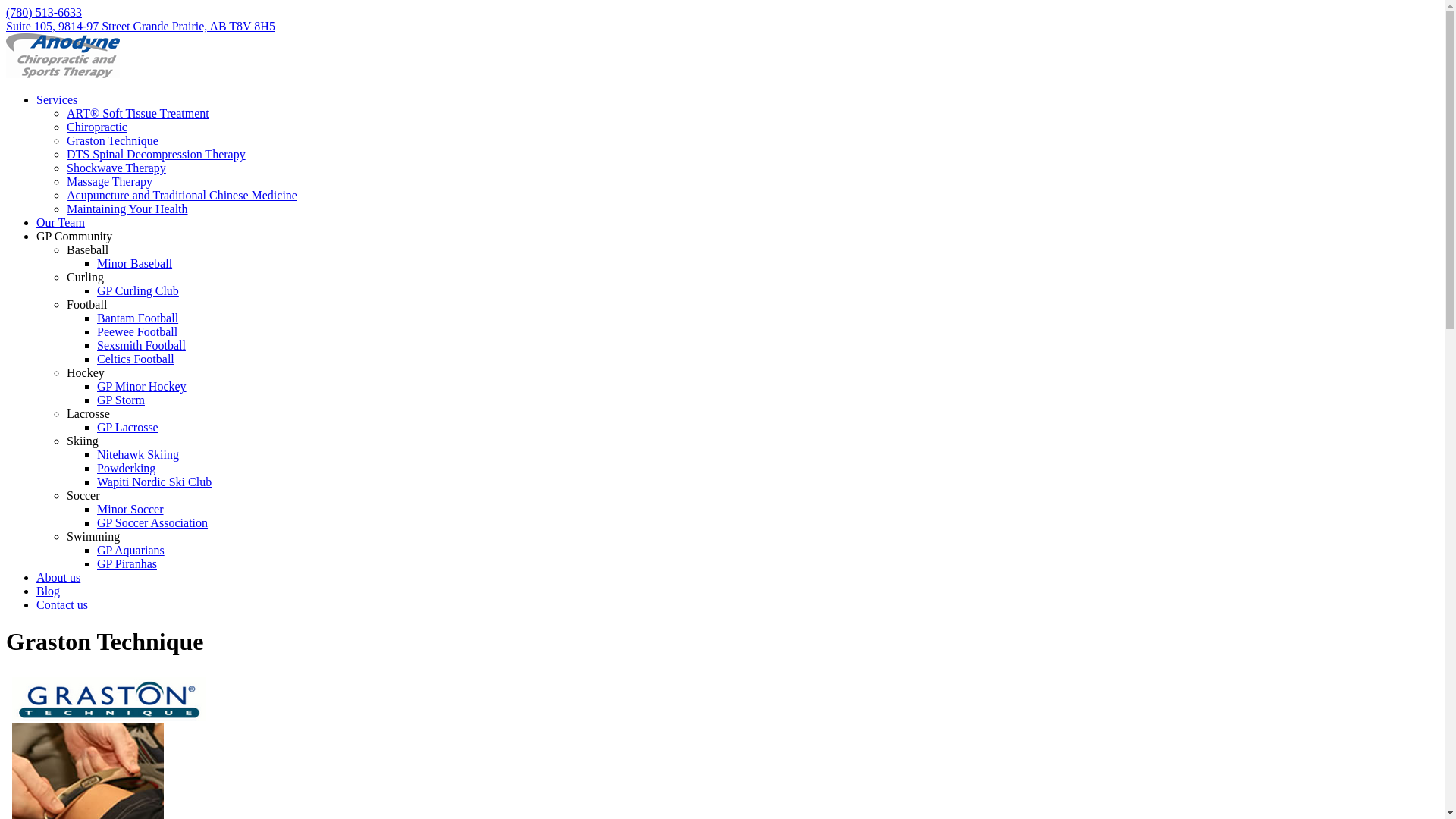 The image size is (1456, 819). What do you see at coordinates (130, 509) in the screenshot?
I see `'Minor Soccer'` at bounding box center [130, 509].